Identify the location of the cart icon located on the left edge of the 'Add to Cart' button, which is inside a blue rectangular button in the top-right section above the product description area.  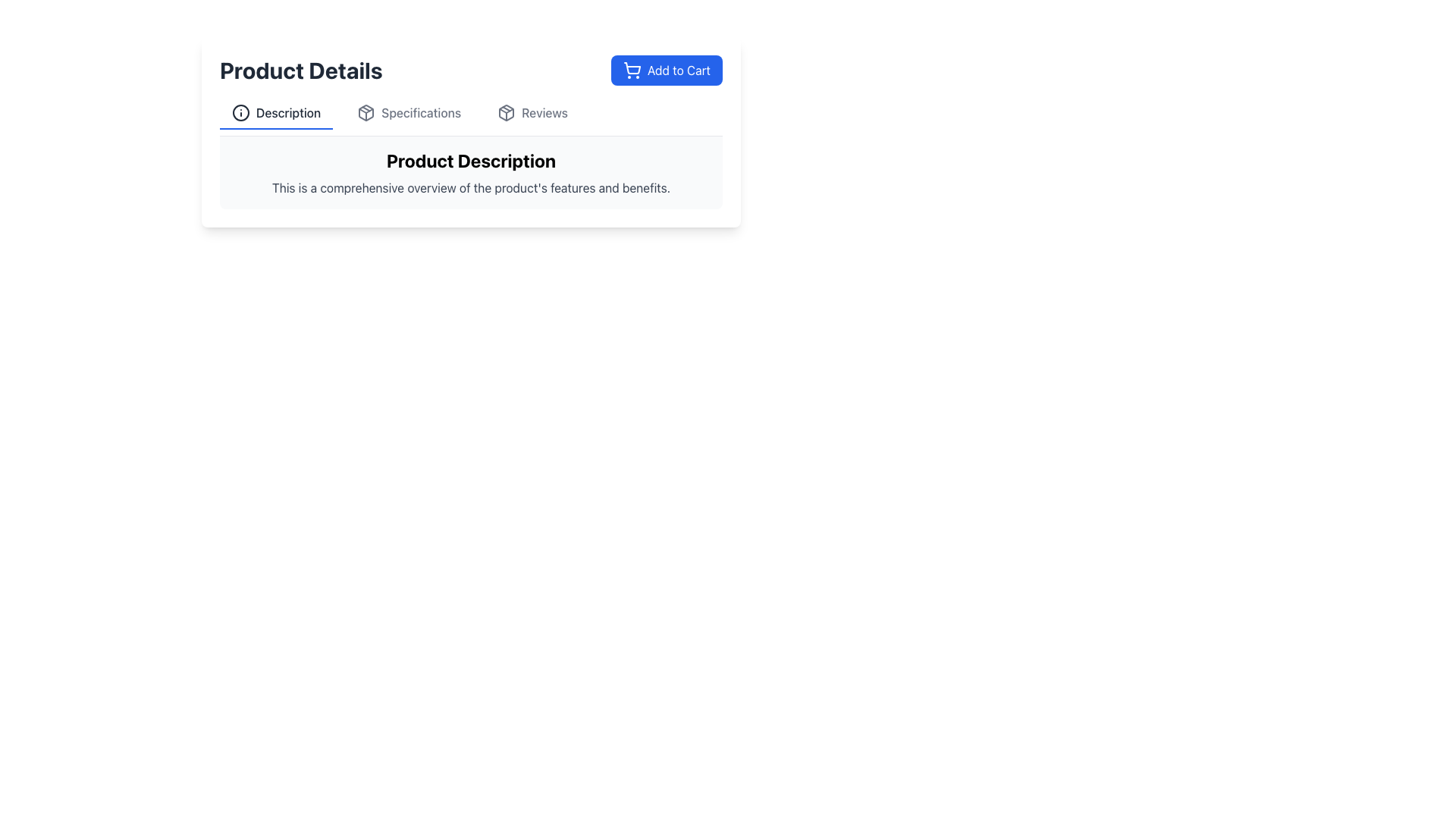
(632, 70).